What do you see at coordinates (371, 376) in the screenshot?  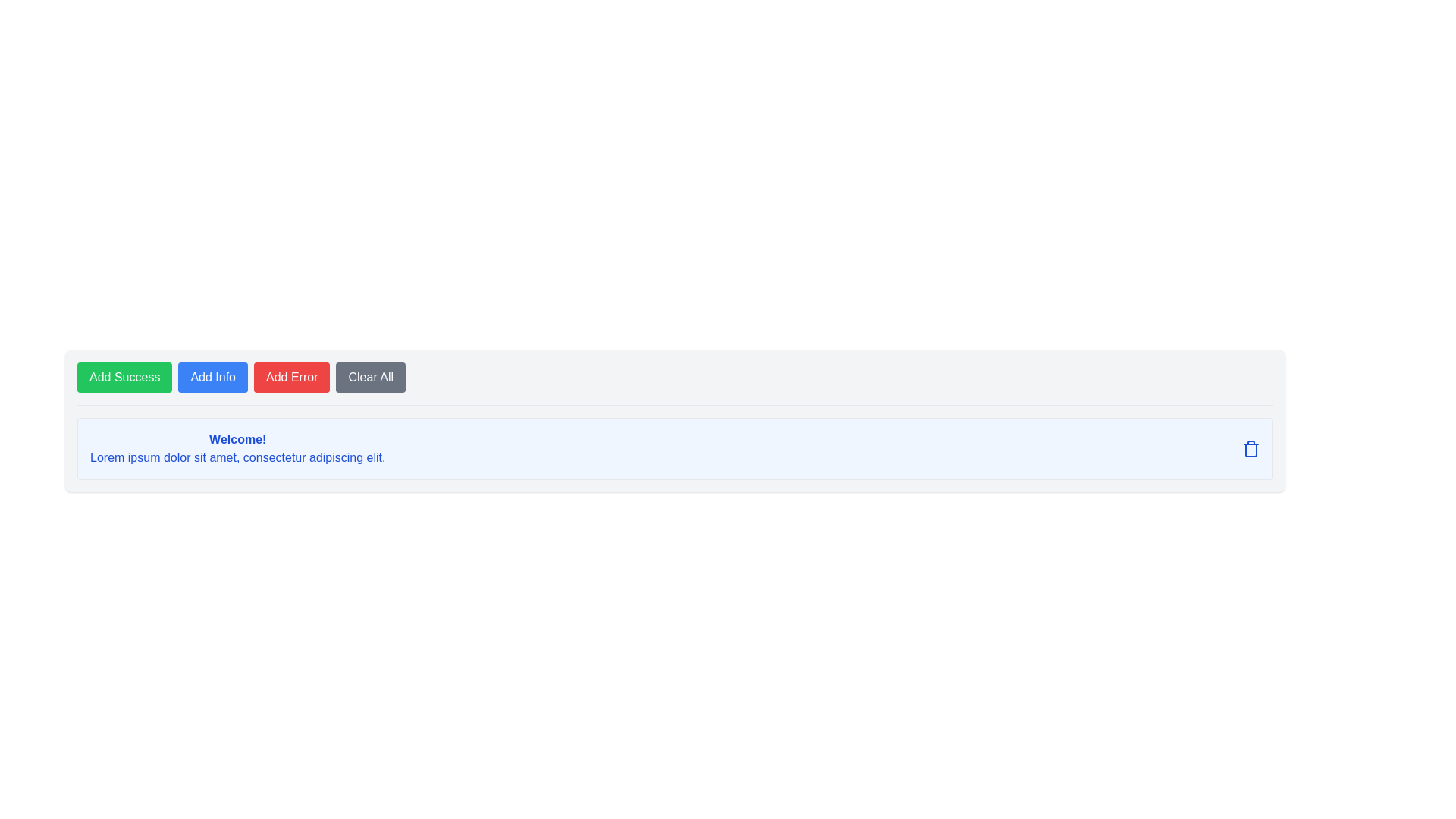 I see `the clear notifications button located at the far right of the row of four buttons` at bounding box center [371, 376].